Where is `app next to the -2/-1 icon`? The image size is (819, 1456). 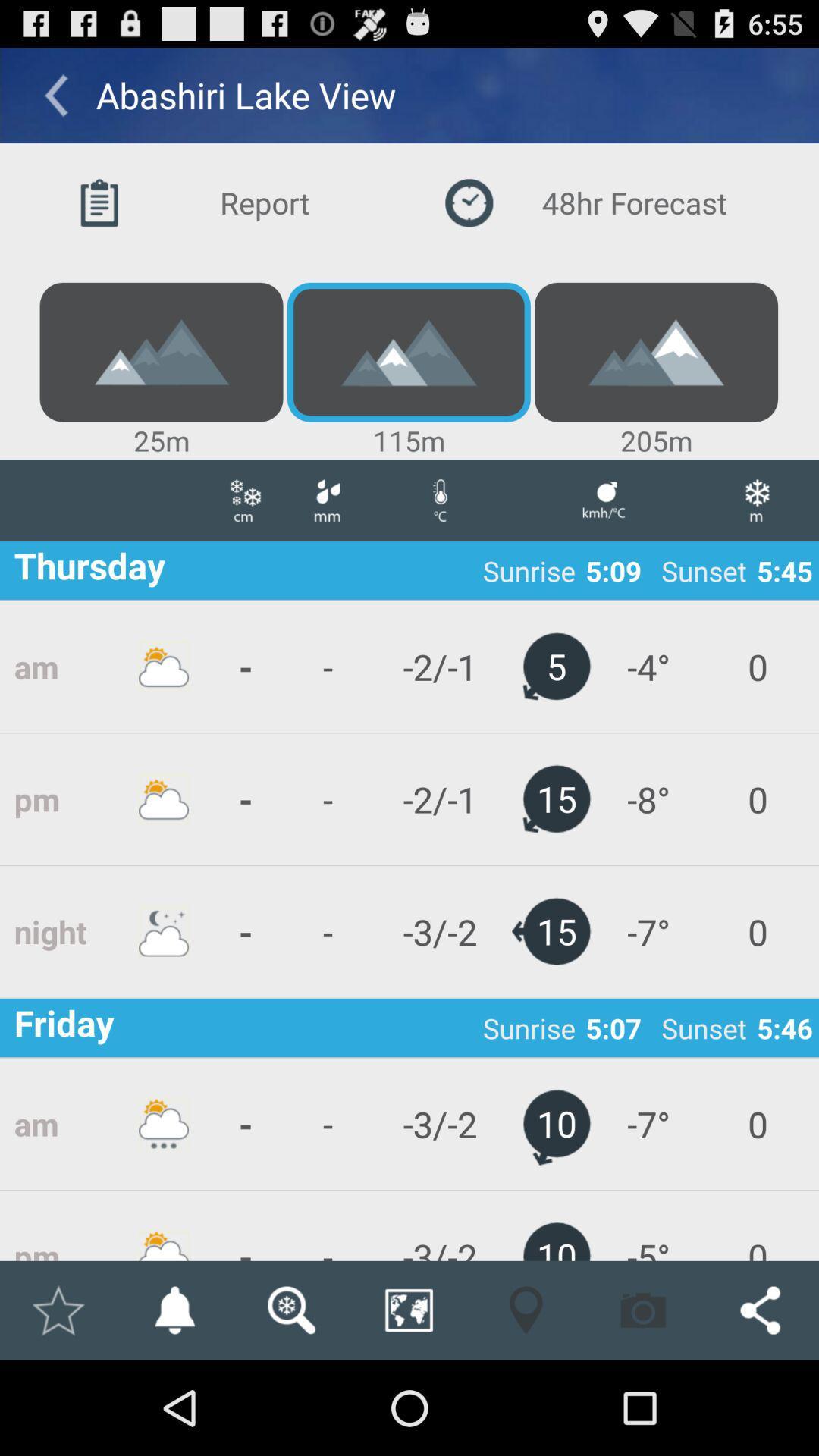
app next to the -2/-1 icon is located at coordinates (327, 930).